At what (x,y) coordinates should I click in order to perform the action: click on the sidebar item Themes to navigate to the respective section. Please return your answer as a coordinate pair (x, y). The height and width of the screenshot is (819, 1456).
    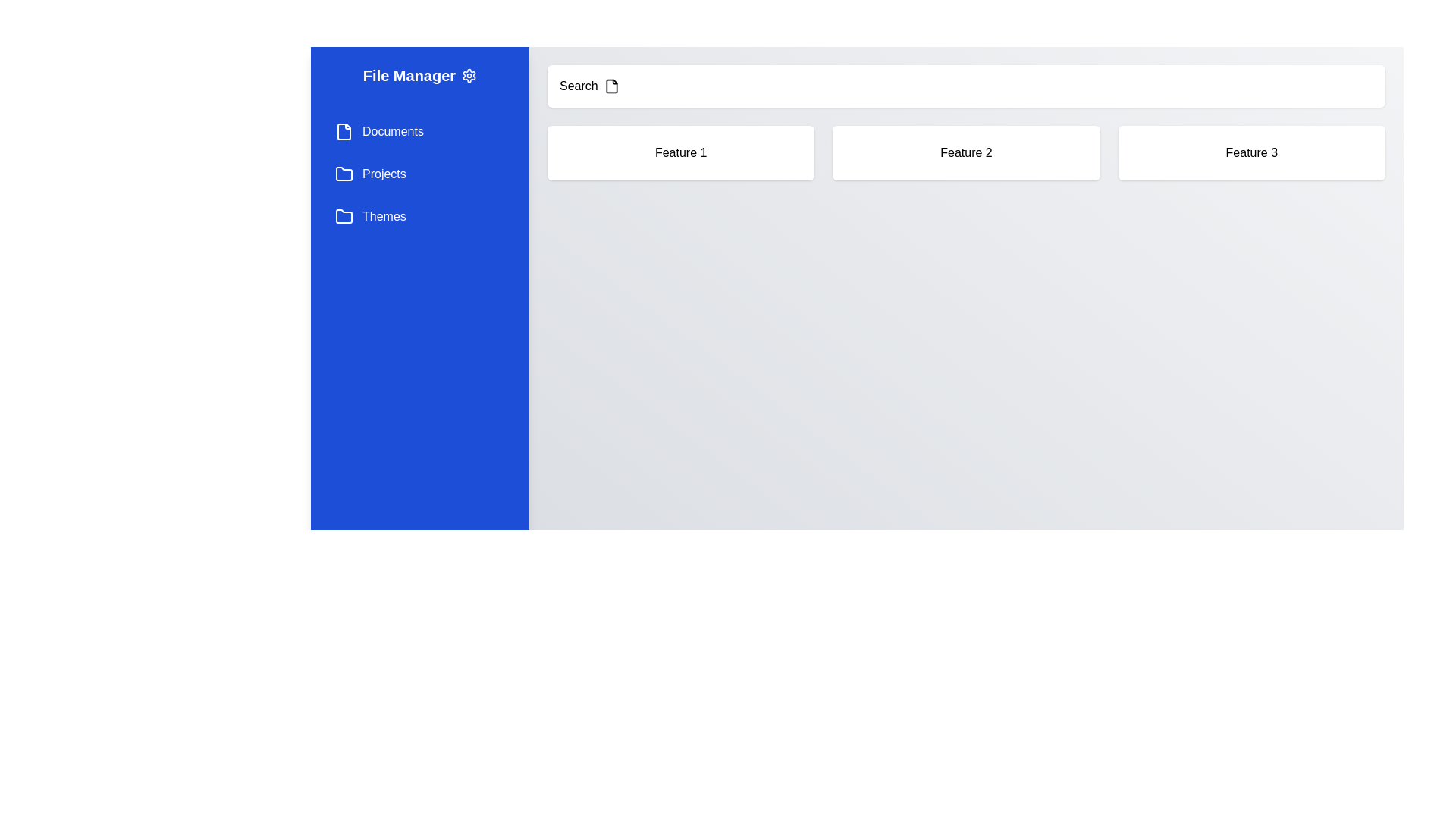
    Looking at the image, I should click on (419, 216).